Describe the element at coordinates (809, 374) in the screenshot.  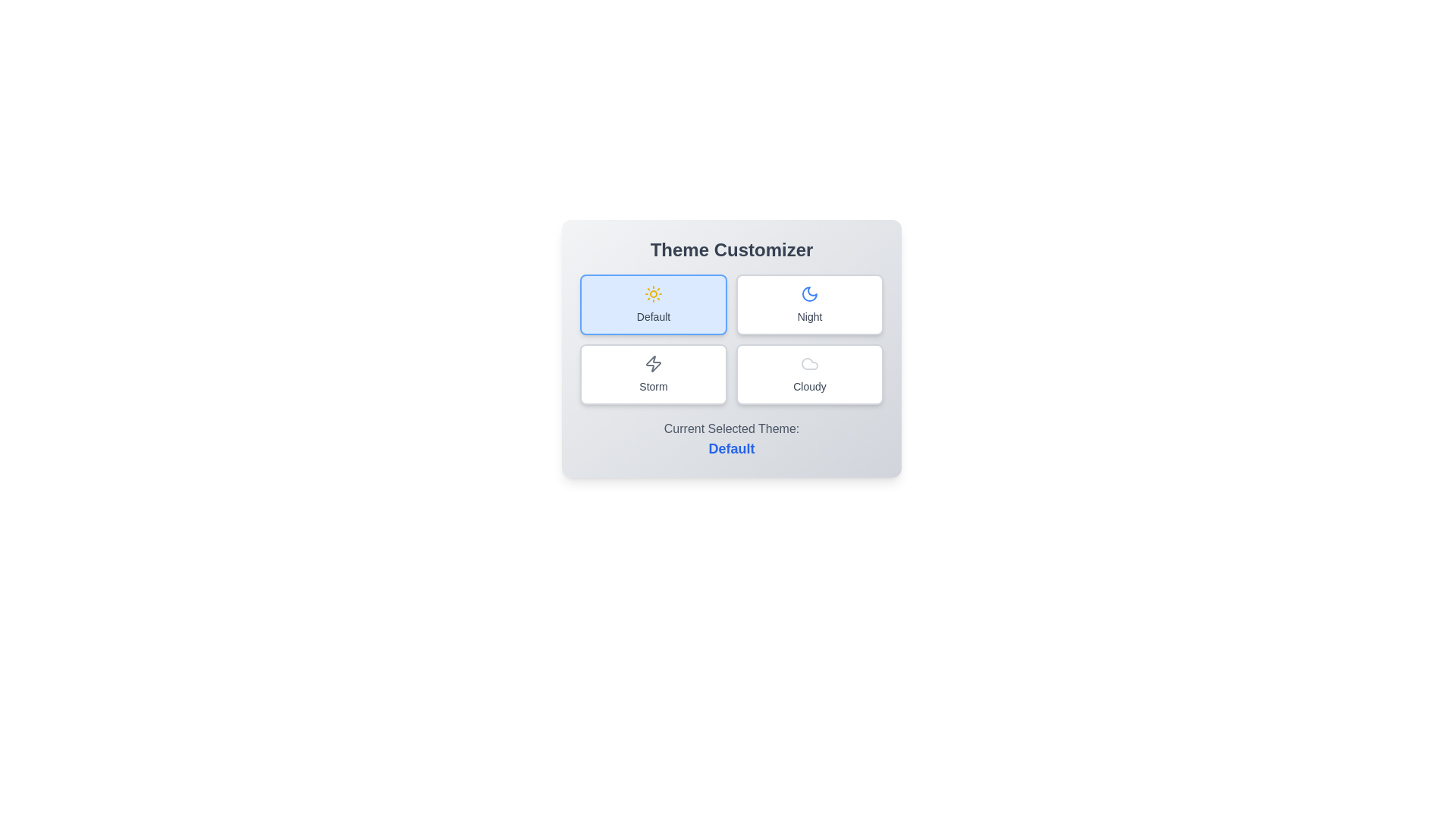
I see `the theme Cloudy by clicking on its corresponding button` at that location.